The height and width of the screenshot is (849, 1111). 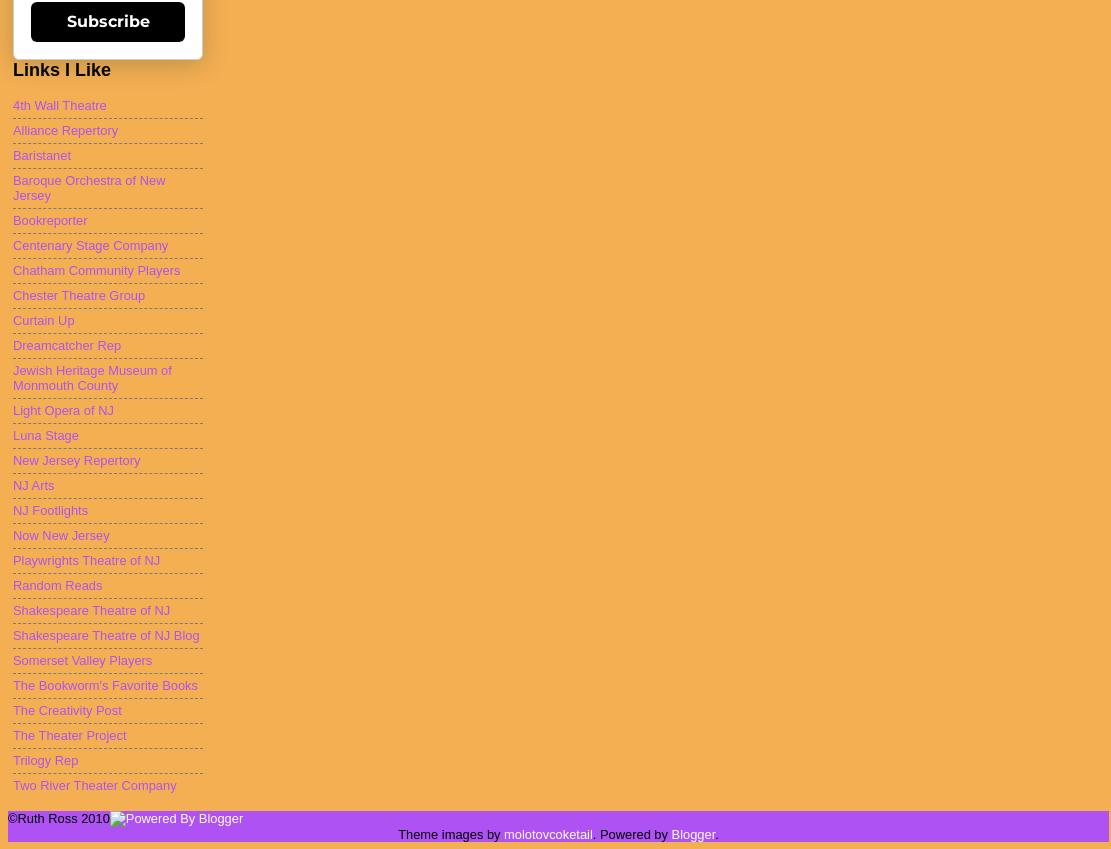 I want to click on 'Two River Theater Company', so click(x=12, y=784).